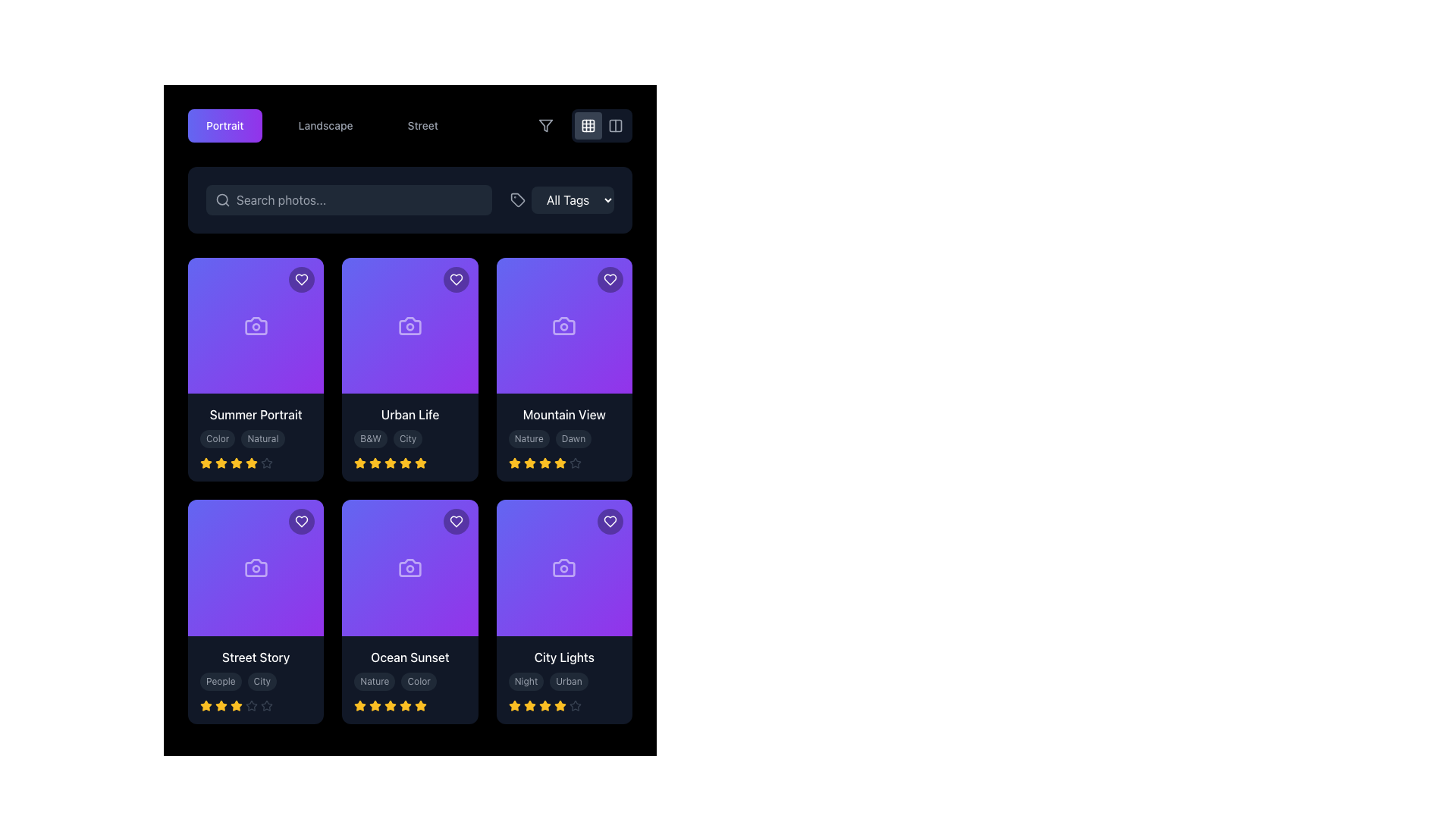  Describe the element at coordinates (610, 280) in the screenshot. I see `the heart icon button located in the upper-right corner of the 'Mountain View' card to mark it as a favorite` at that location.